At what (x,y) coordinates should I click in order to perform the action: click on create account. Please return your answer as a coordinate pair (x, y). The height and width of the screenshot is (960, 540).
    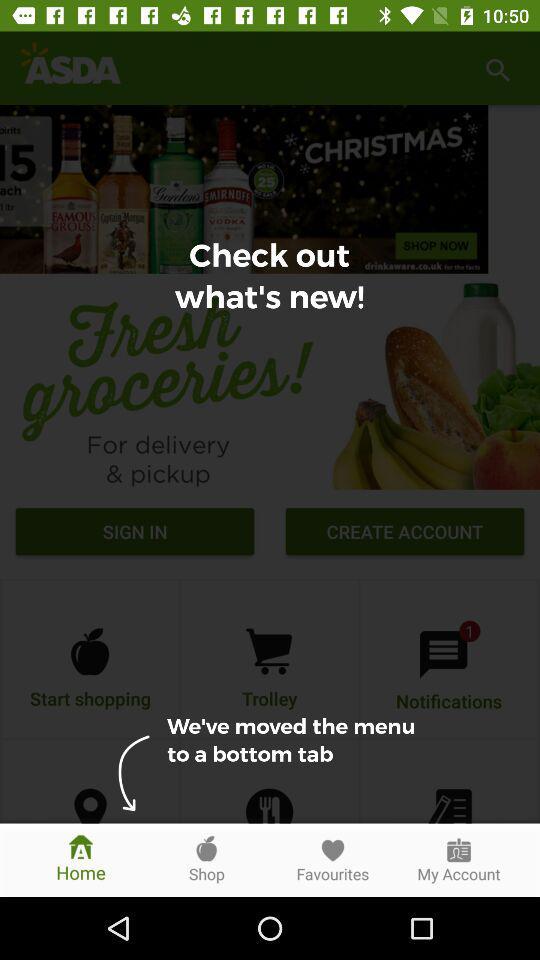
    Looking at the image, I should click on (405, 533).